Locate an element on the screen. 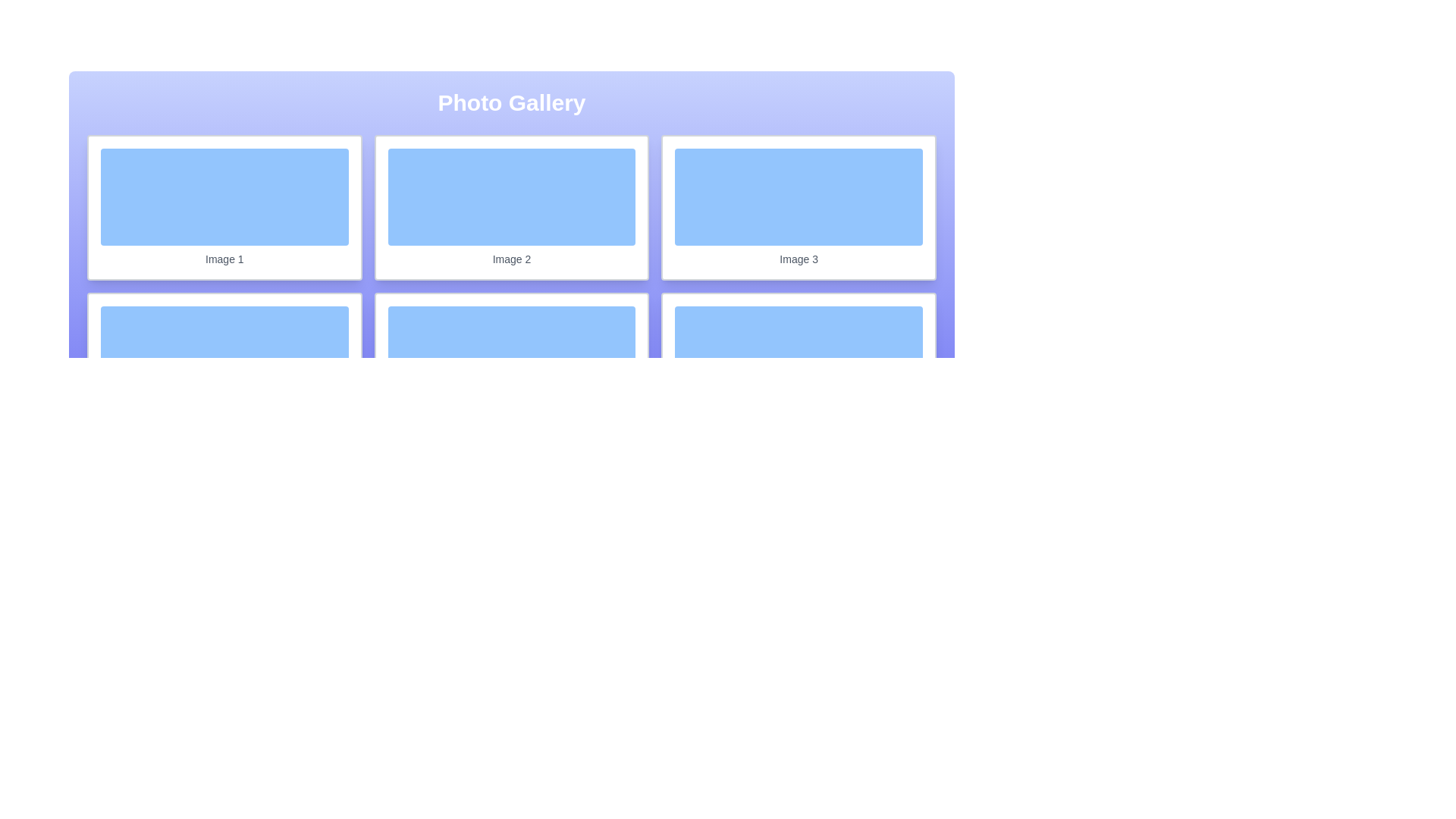 The image size is (1456, 819). the sixth static display card in the grid layout, which features a white background with a blue section at the top and the label 'Image 6' in light gray font beneath it is located at coordinates (798, 366).